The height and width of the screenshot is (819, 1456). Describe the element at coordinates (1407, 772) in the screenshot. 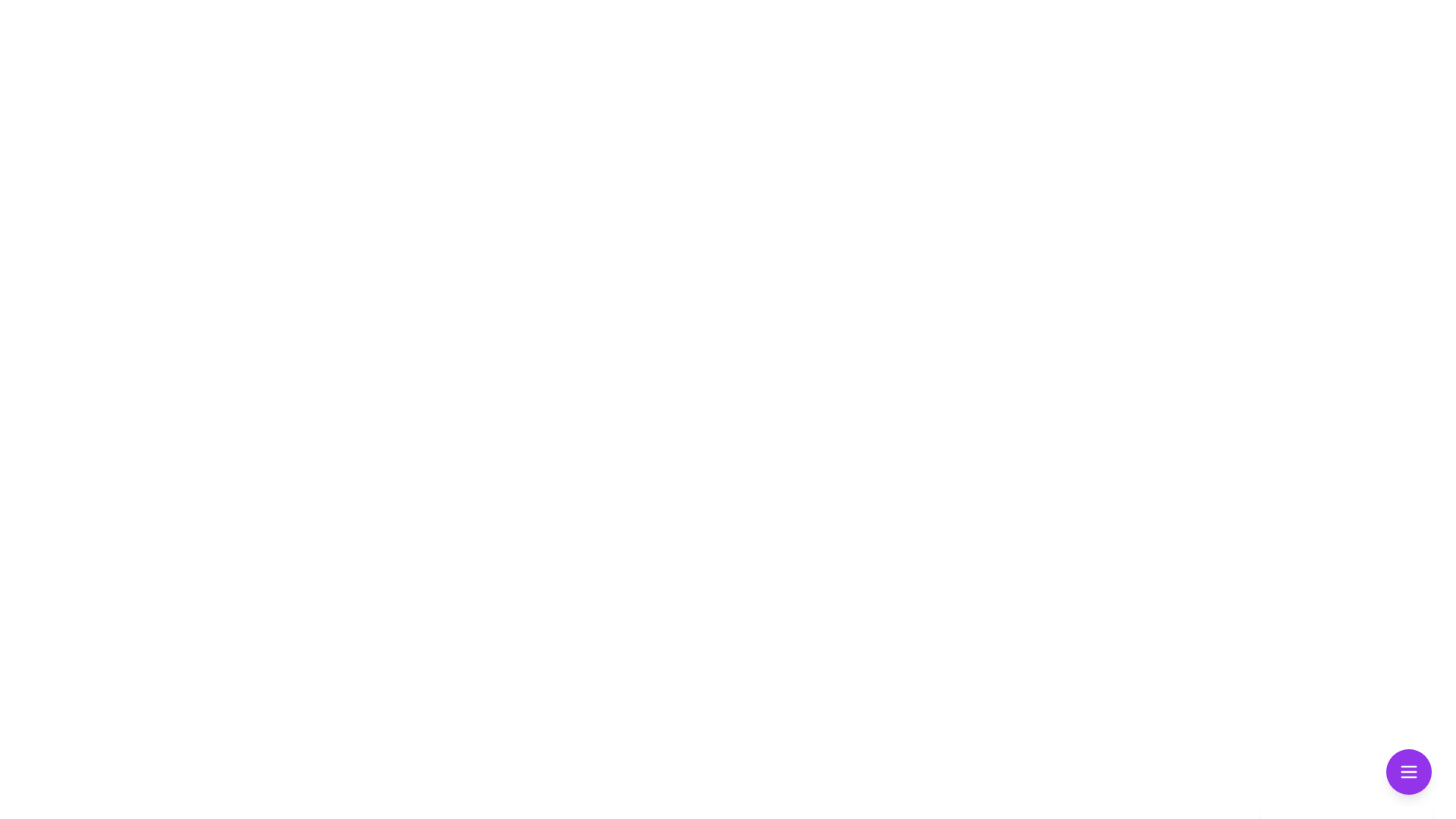

I see `the purple button to toggle the visibility of the speed dial menu` at that location.